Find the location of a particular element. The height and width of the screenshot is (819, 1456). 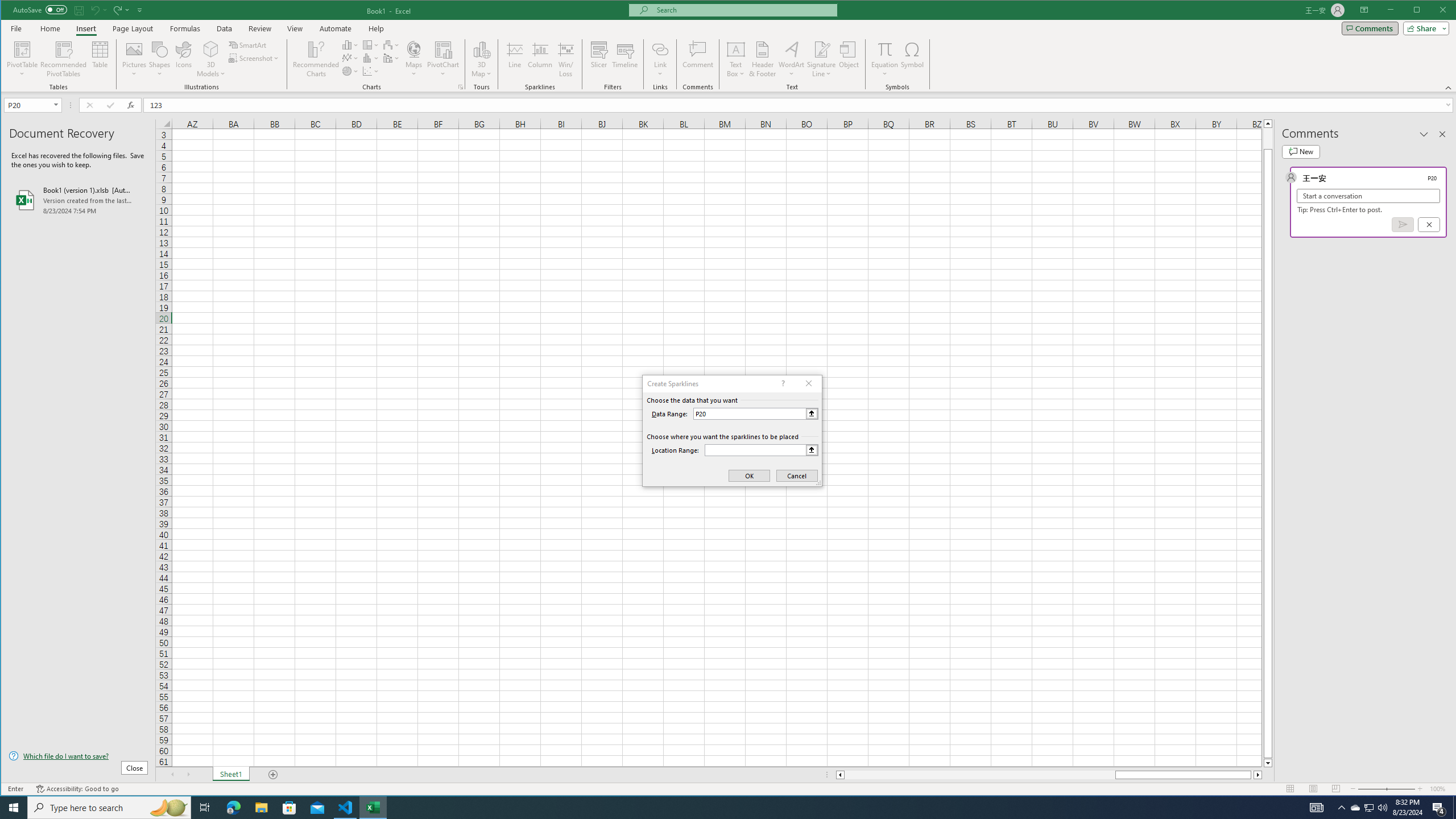

'Column' is located at coordinates (540, 59).